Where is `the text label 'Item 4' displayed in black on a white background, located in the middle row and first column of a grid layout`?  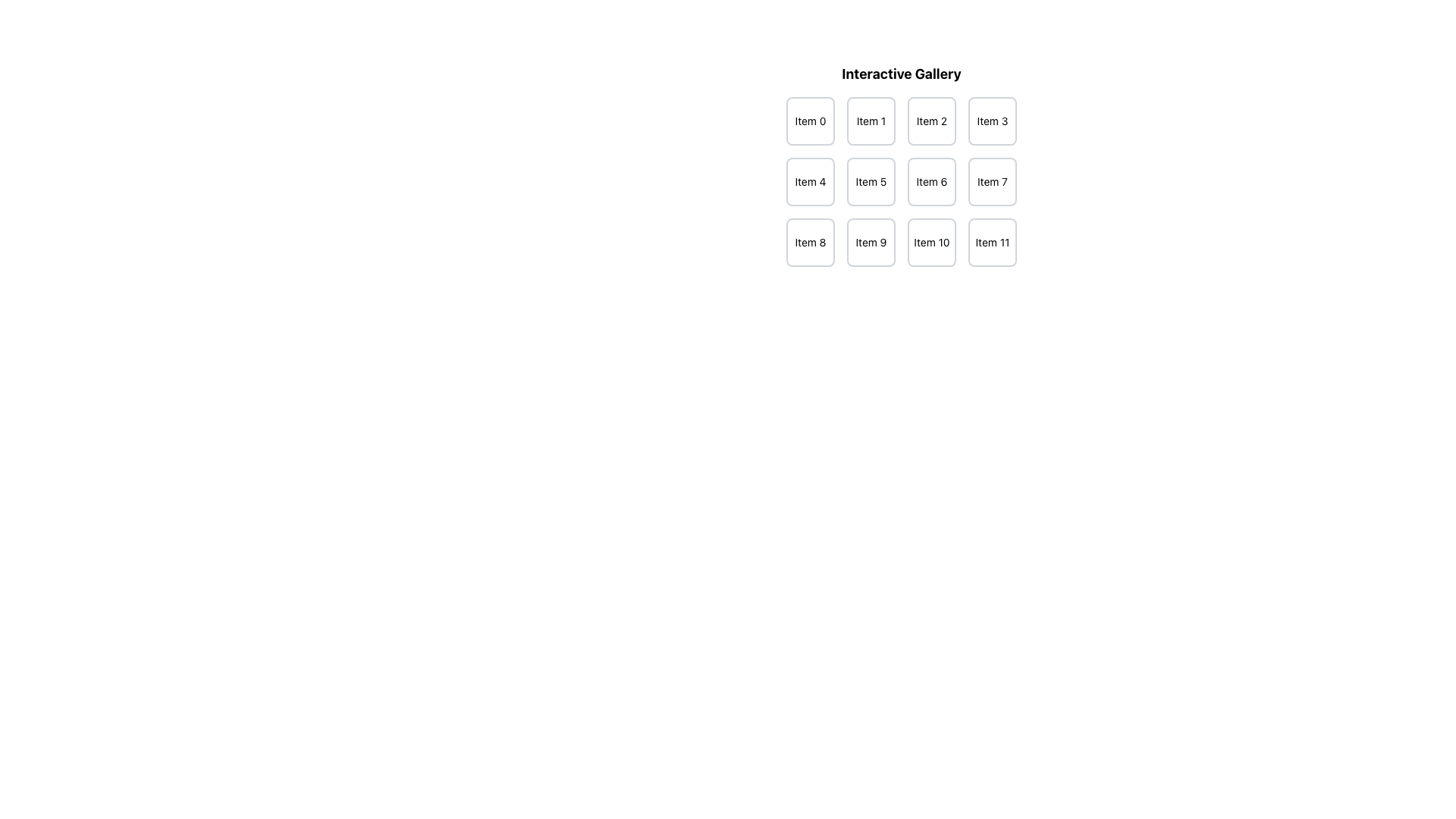 the text label 'Item 4' displayed in black on a white background, located in the middle row and first column of a grid layout is located at coordinates (810, 180).